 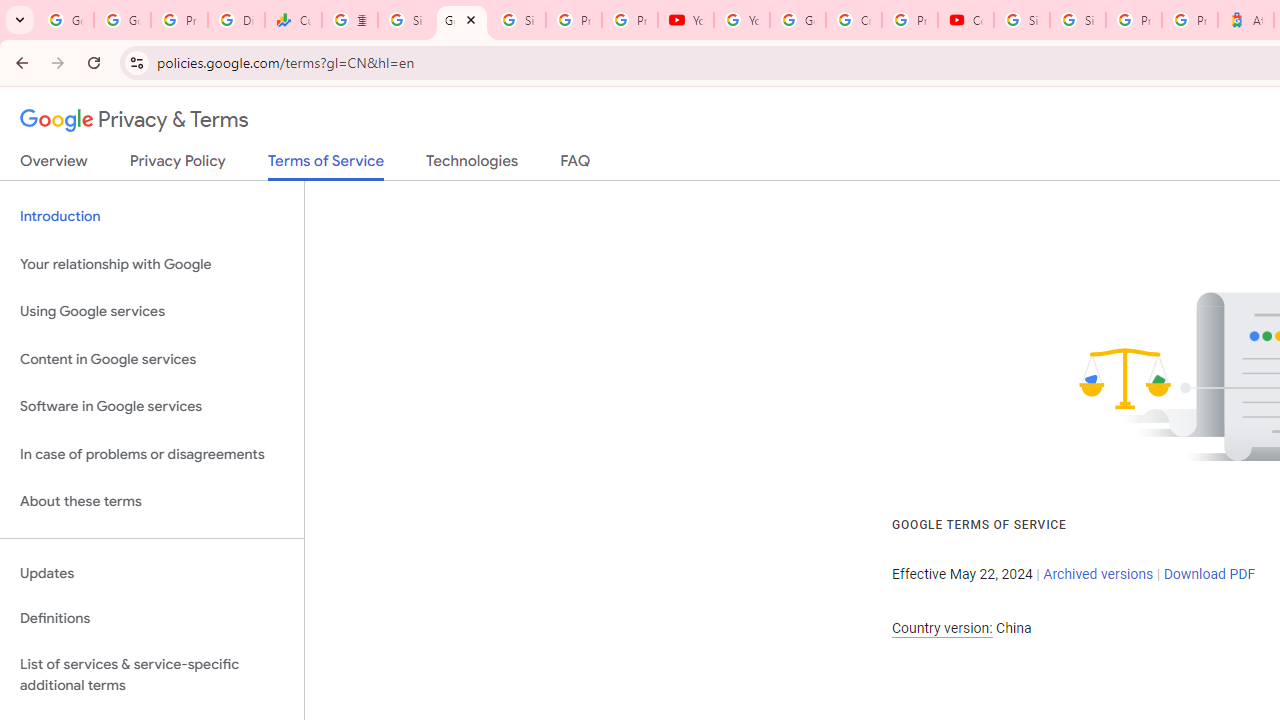 I want to click on 'Updates', so click(x=151, y=573).